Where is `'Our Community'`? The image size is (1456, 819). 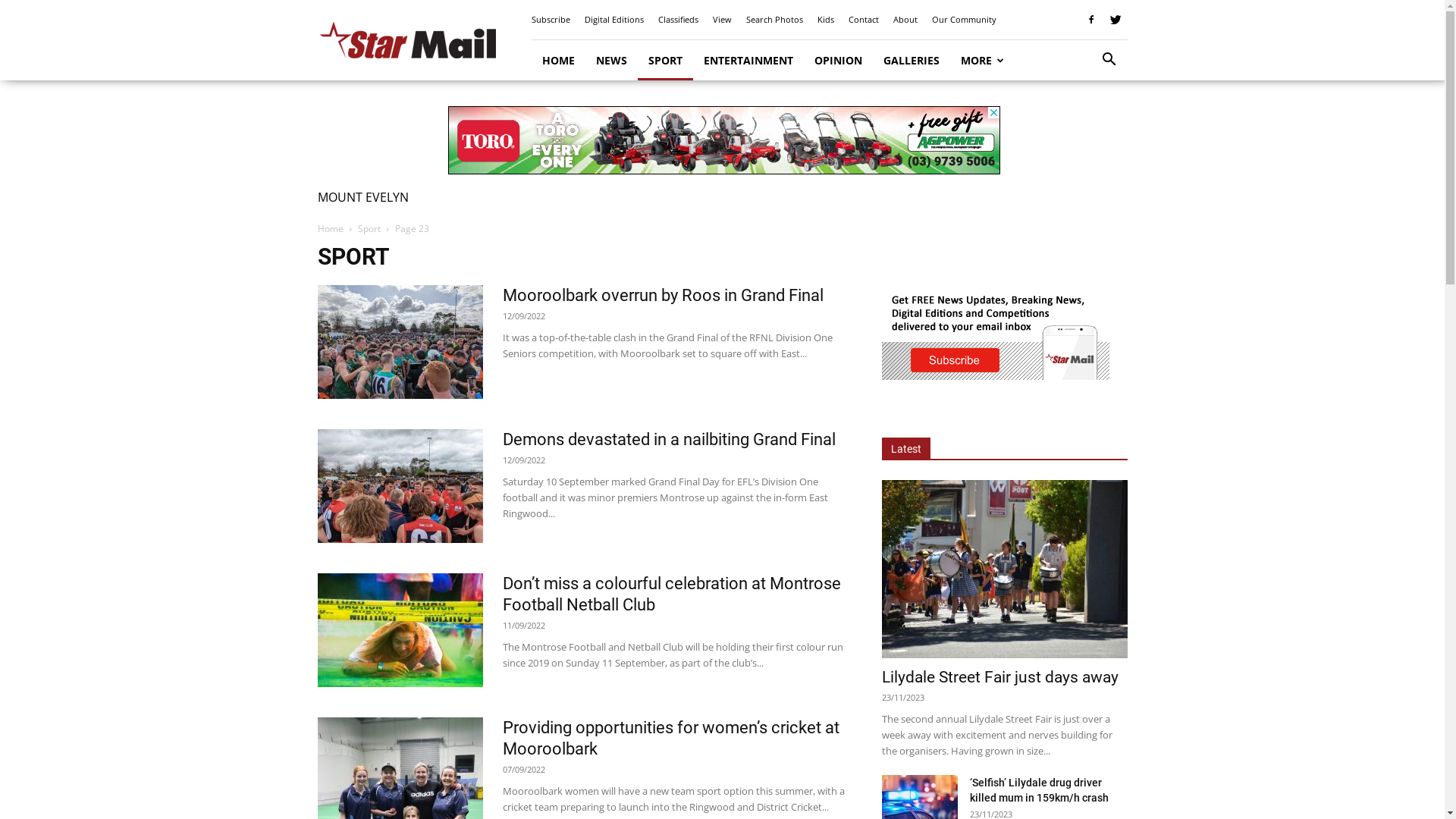 'Our Community' is located at coordinates (962, 19).